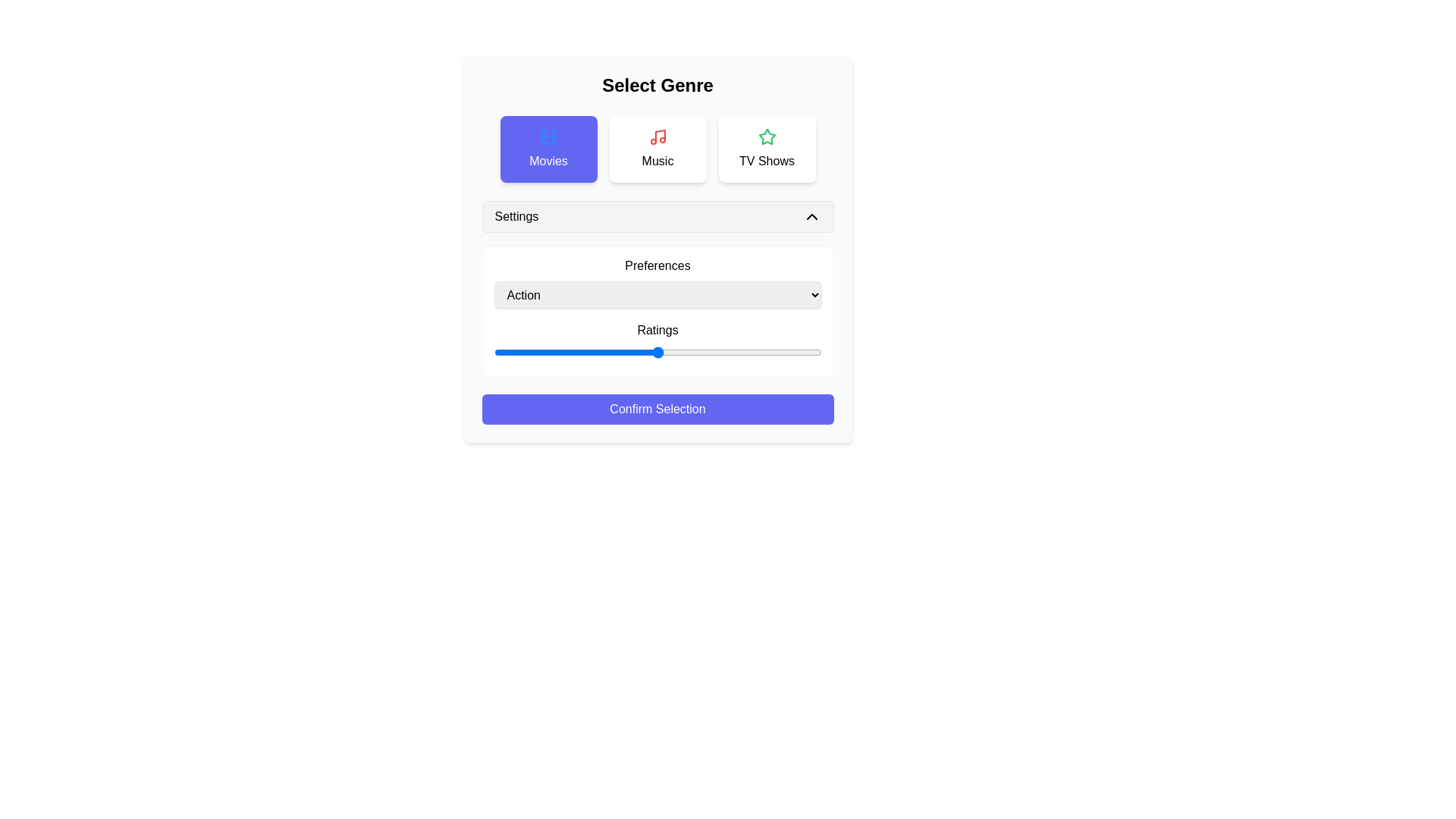 Image resolution: width=1456 pixels, height=819 pixels. I want to click on the 'TV Shows' genre selection button located third from the left in the horizontal selection group at the top of the panel to trigger a hover effect, so click(767, 149).